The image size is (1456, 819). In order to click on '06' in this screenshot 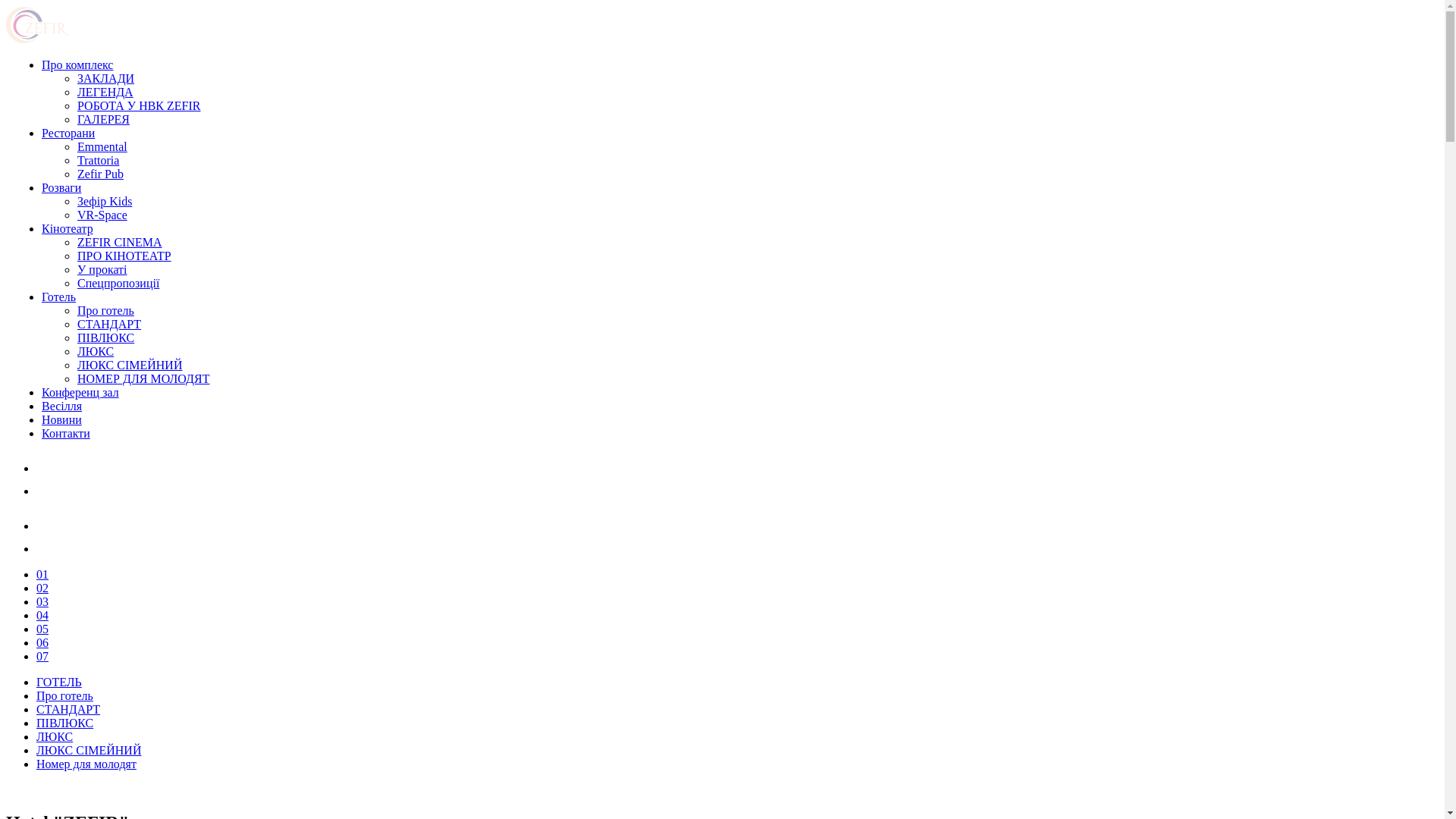, I will do `click(42, 642)`.